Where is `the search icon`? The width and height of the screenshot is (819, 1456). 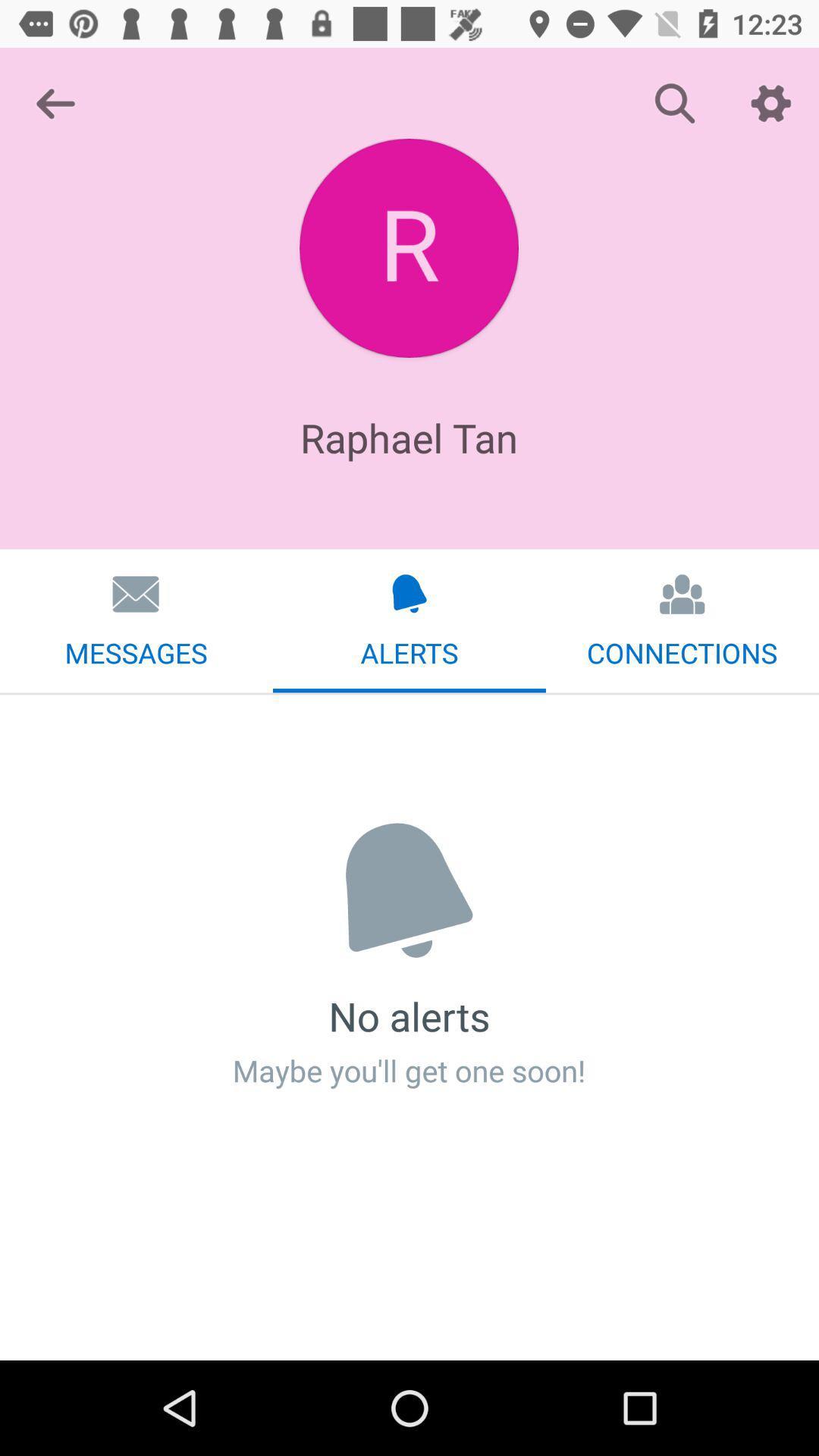
the search icon is located at coordinates (675, 103).